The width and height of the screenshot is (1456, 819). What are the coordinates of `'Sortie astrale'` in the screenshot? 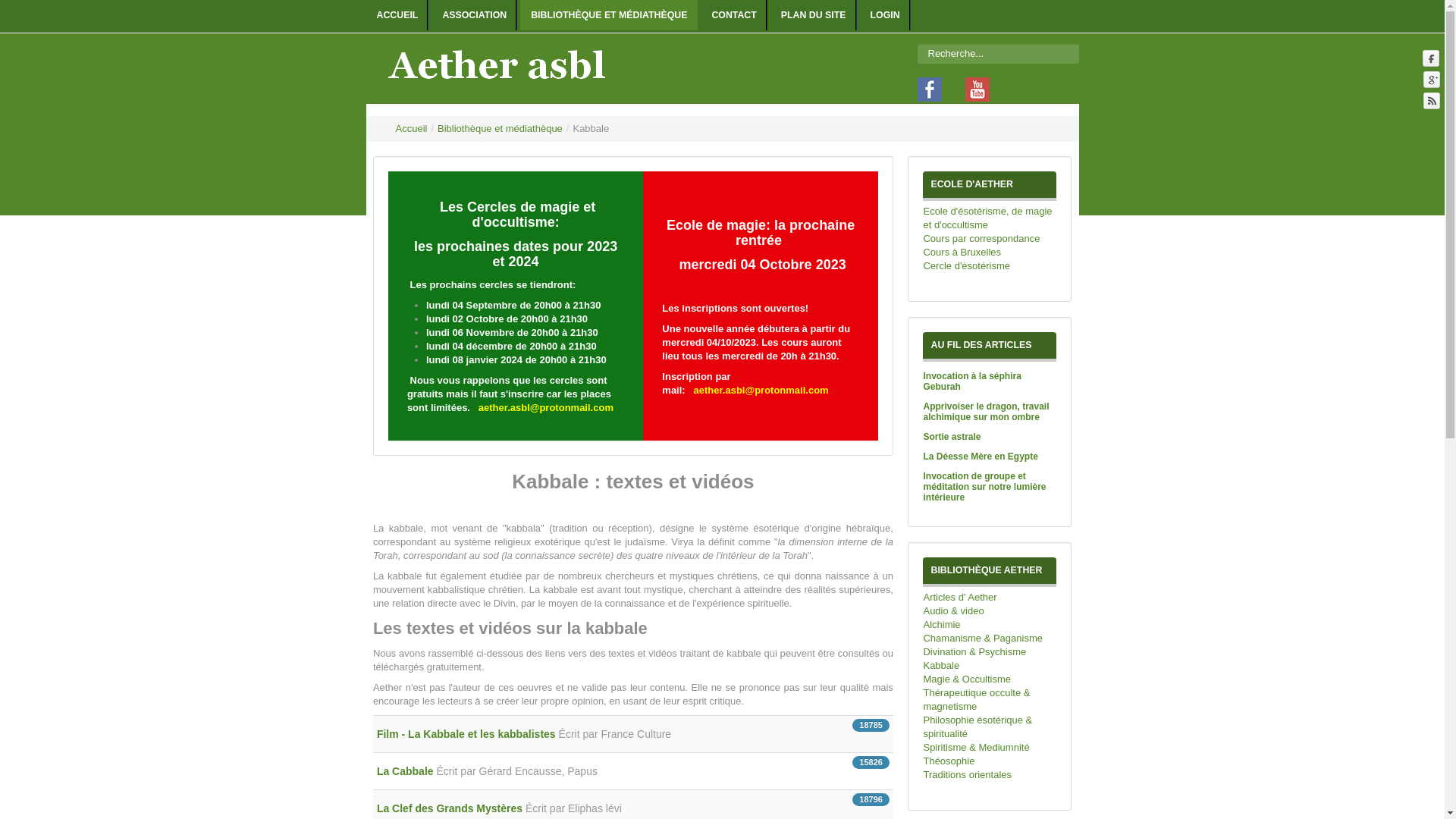 It's located at (950, 436).